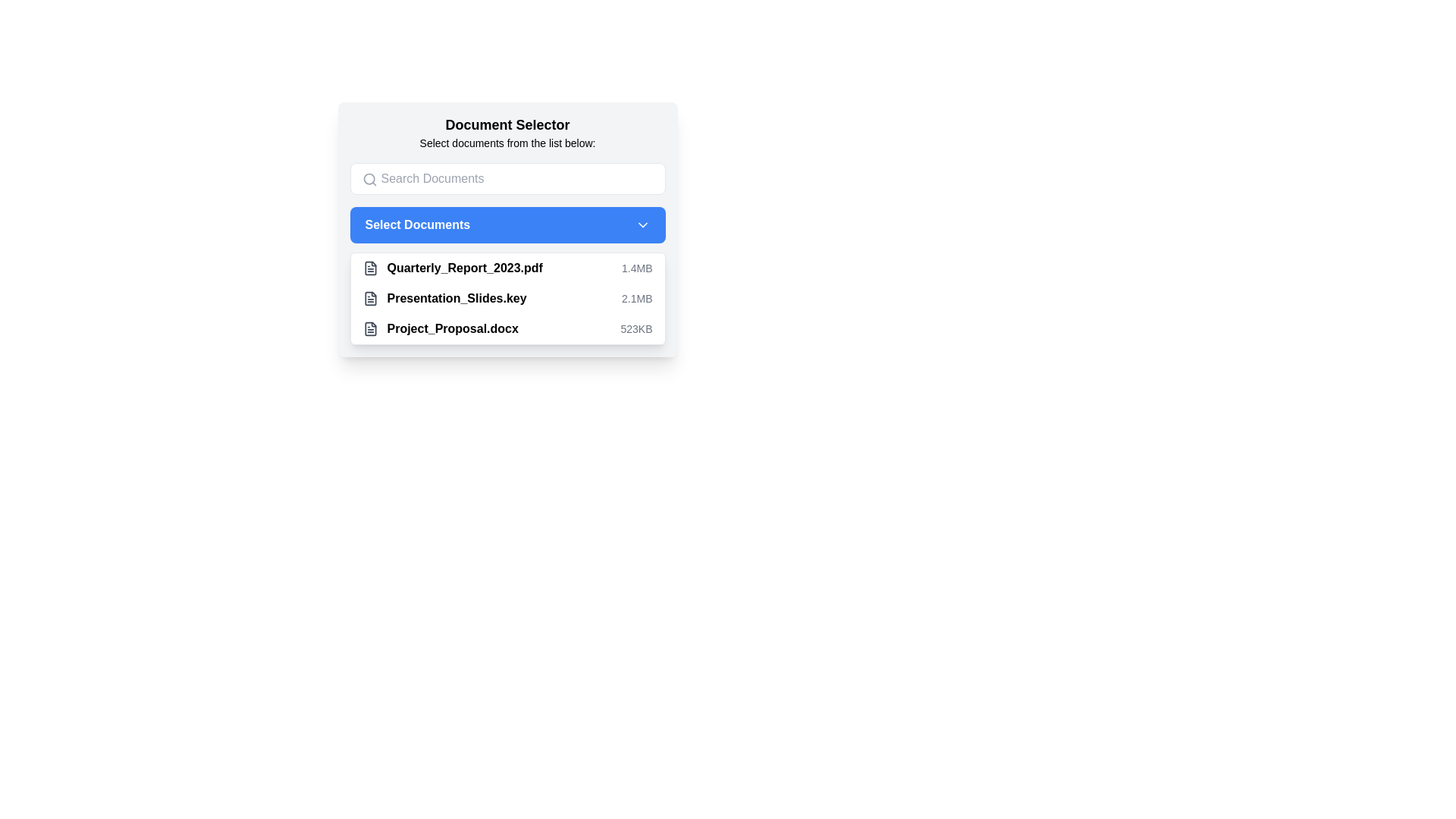  Describe the element at coordinates (464, 268) in the screenshot. I see `the text label displaying 'Quarterly_Report_2023.pdf'` at that location.